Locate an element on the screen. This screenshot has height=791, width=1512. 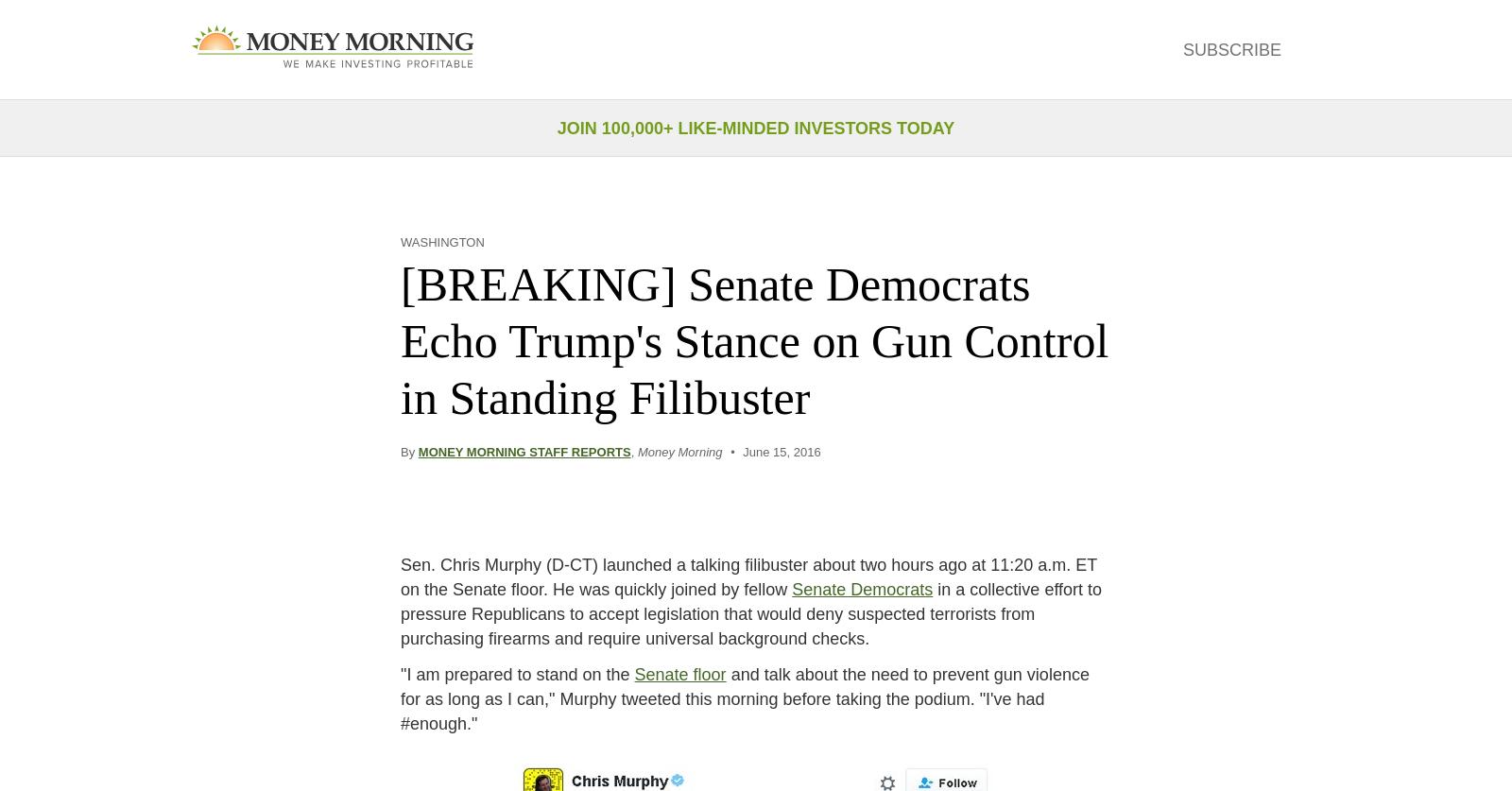
'Subscribe' is located at coordinates (1181, 48).